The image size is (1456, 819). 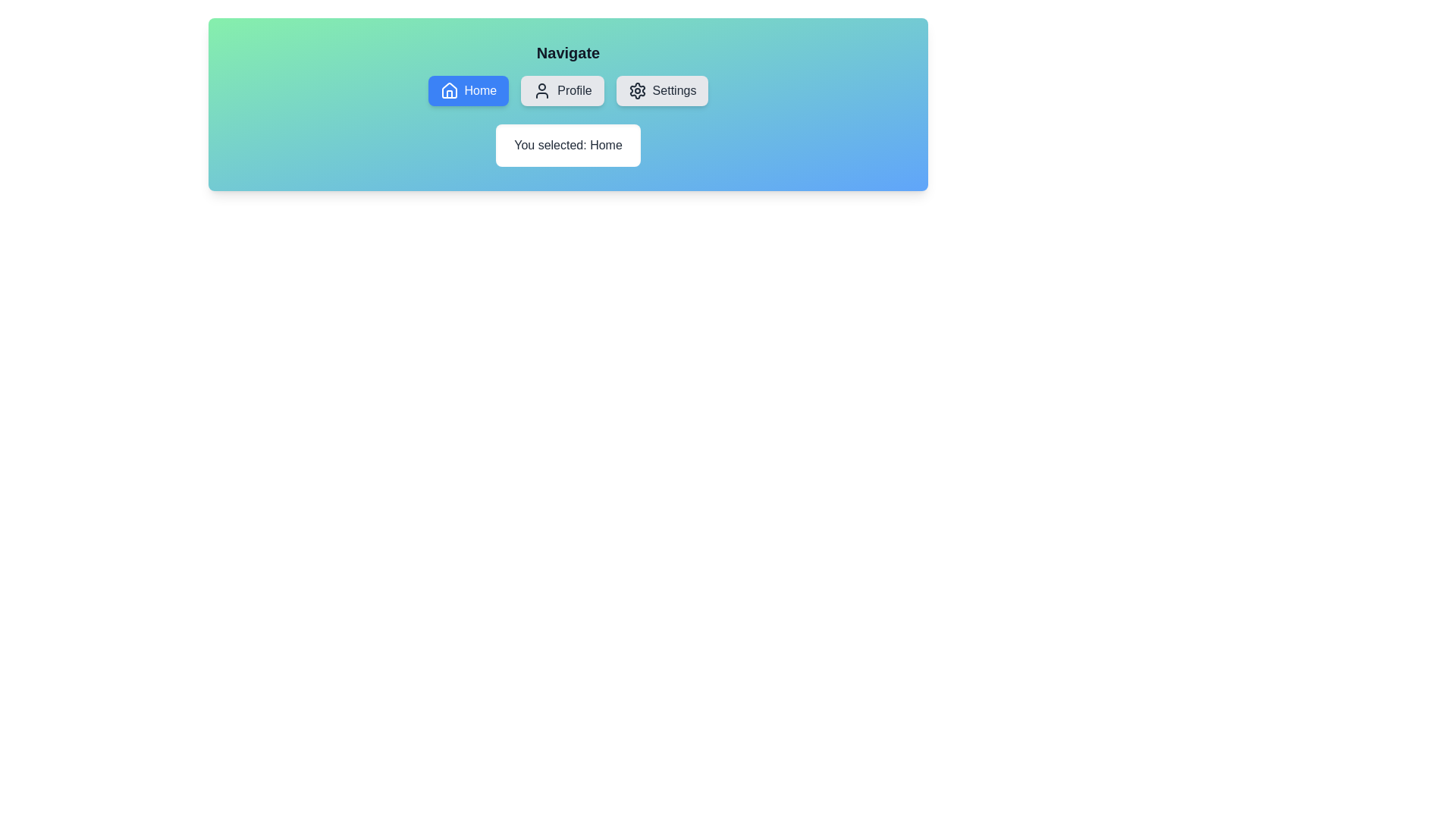 I want to click on the navigation option Settings, so click(x=662, y=90).